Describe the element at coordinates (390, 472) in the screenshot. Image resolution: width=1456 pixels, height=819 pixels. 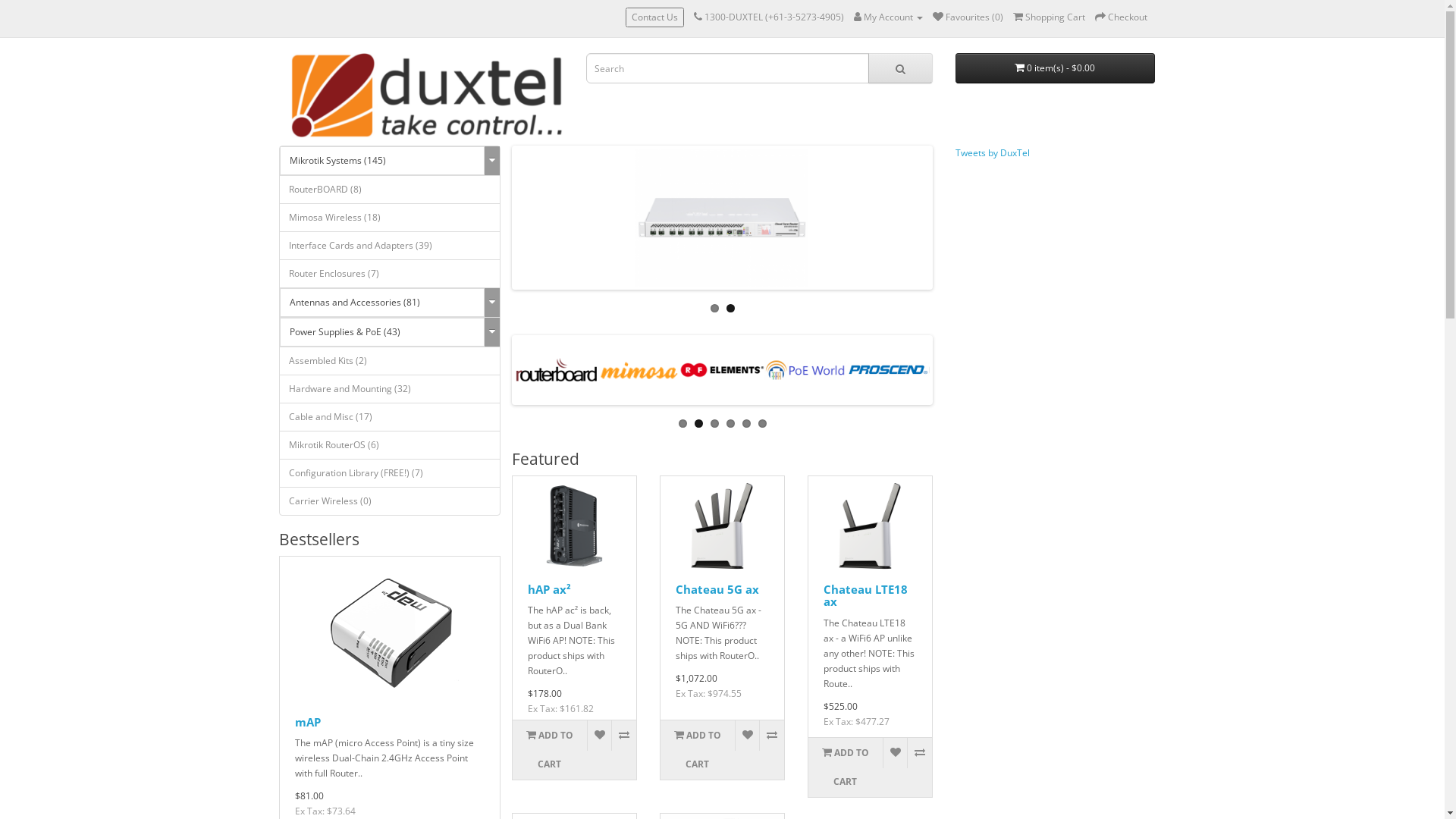
I see `'Configuration Library (FREE!) (7)'` at that location.